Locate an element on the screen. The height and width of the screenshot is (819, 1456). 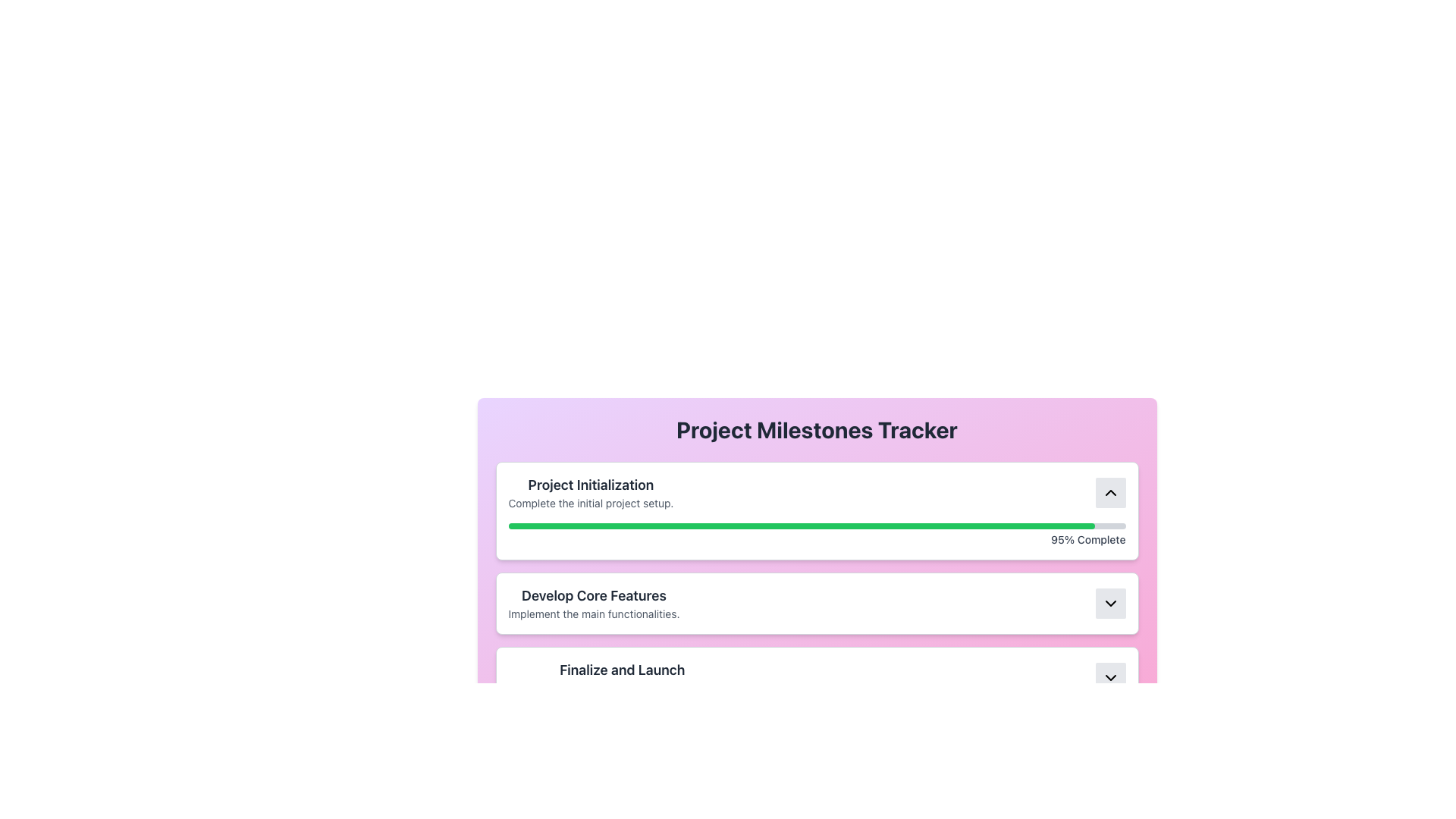
the text label that reads 'Complete the initial project setup', which is located directly beneath the title 'Project Initialization' is located at coordinates (590, 503).